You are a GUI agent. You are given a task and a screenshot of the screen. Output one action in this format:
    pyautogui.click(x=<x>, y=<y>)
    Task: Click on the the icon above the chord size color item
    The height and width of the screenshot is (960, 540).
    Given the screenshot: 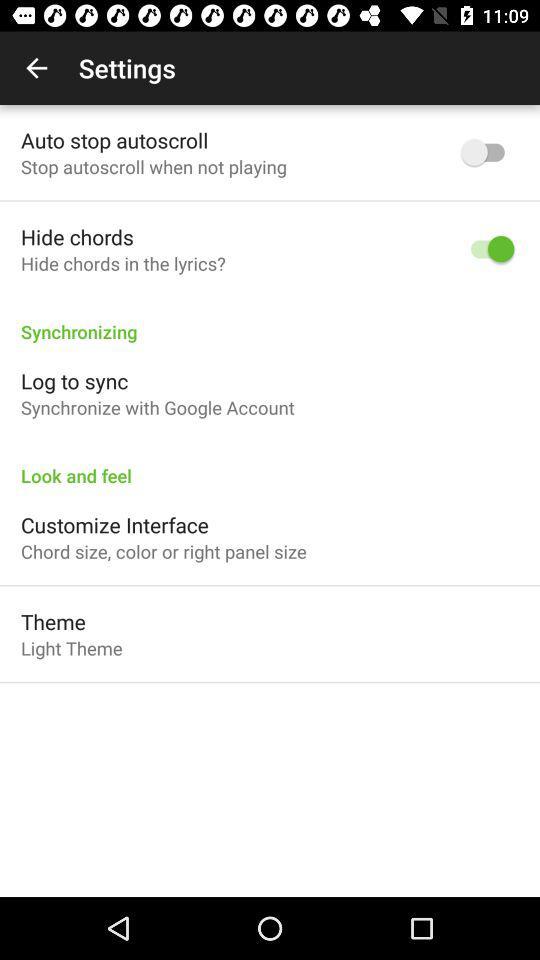 What is the action you would take?
    pyautogui.click(x=114, y=524)
    